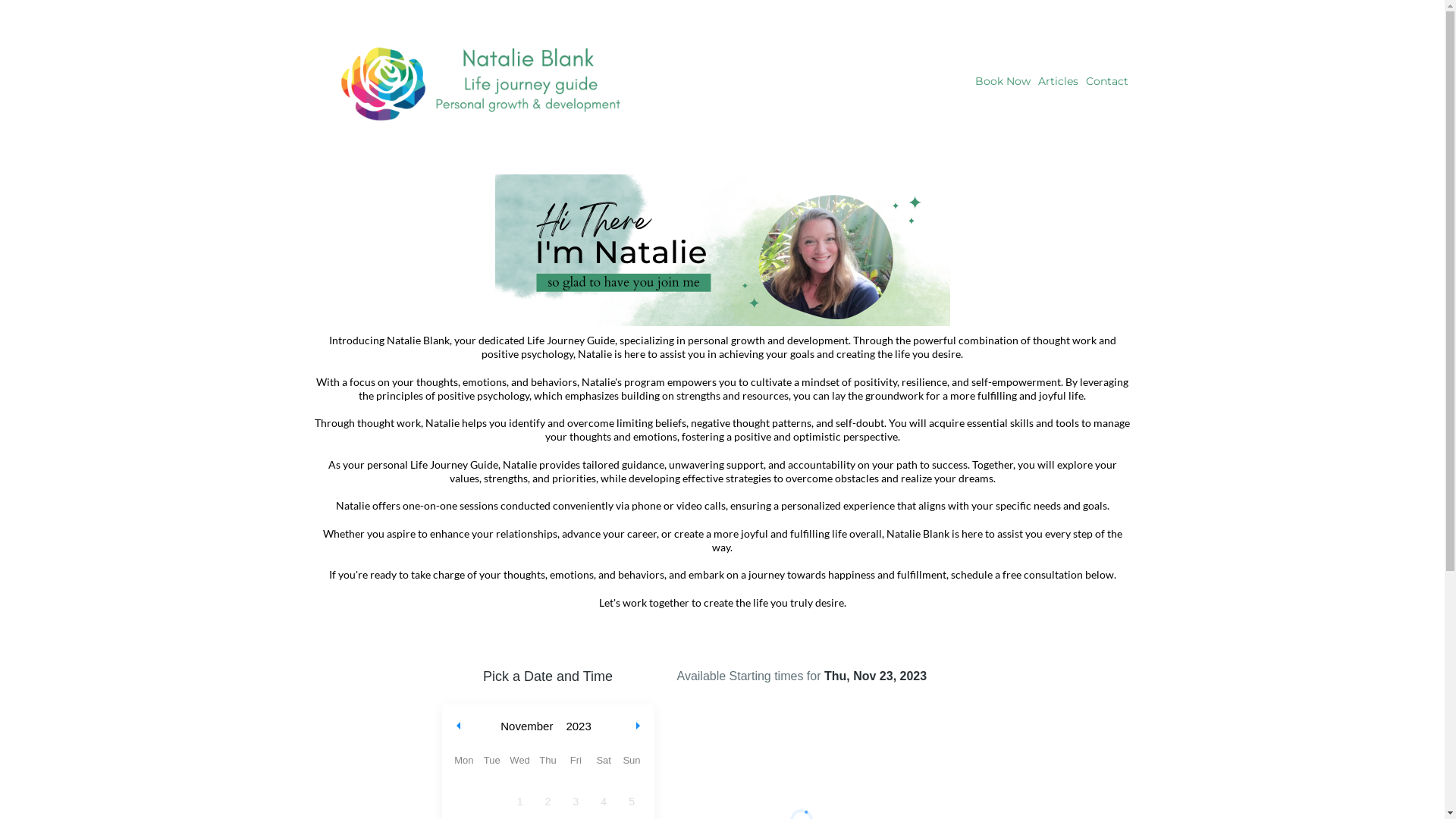 The image size is (1456, 819). What do you see at coordinates (639, 725) in the screenshot?
I see `'Next month'` at bounding box center [639, 725].